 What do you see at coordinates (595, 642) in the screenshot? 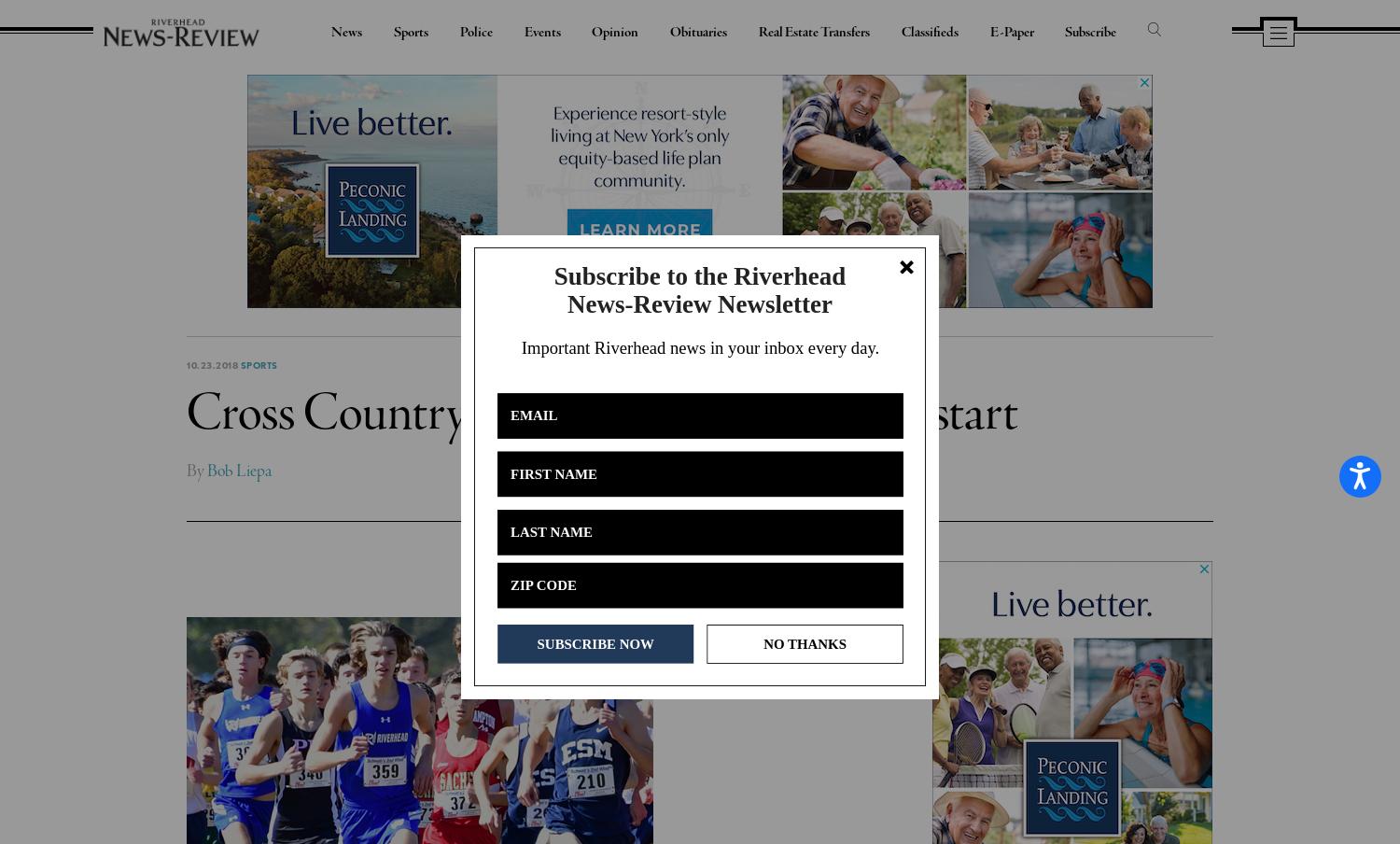
I see `'SUBSCRIBE NOW'` at bounding box center [595, 642].